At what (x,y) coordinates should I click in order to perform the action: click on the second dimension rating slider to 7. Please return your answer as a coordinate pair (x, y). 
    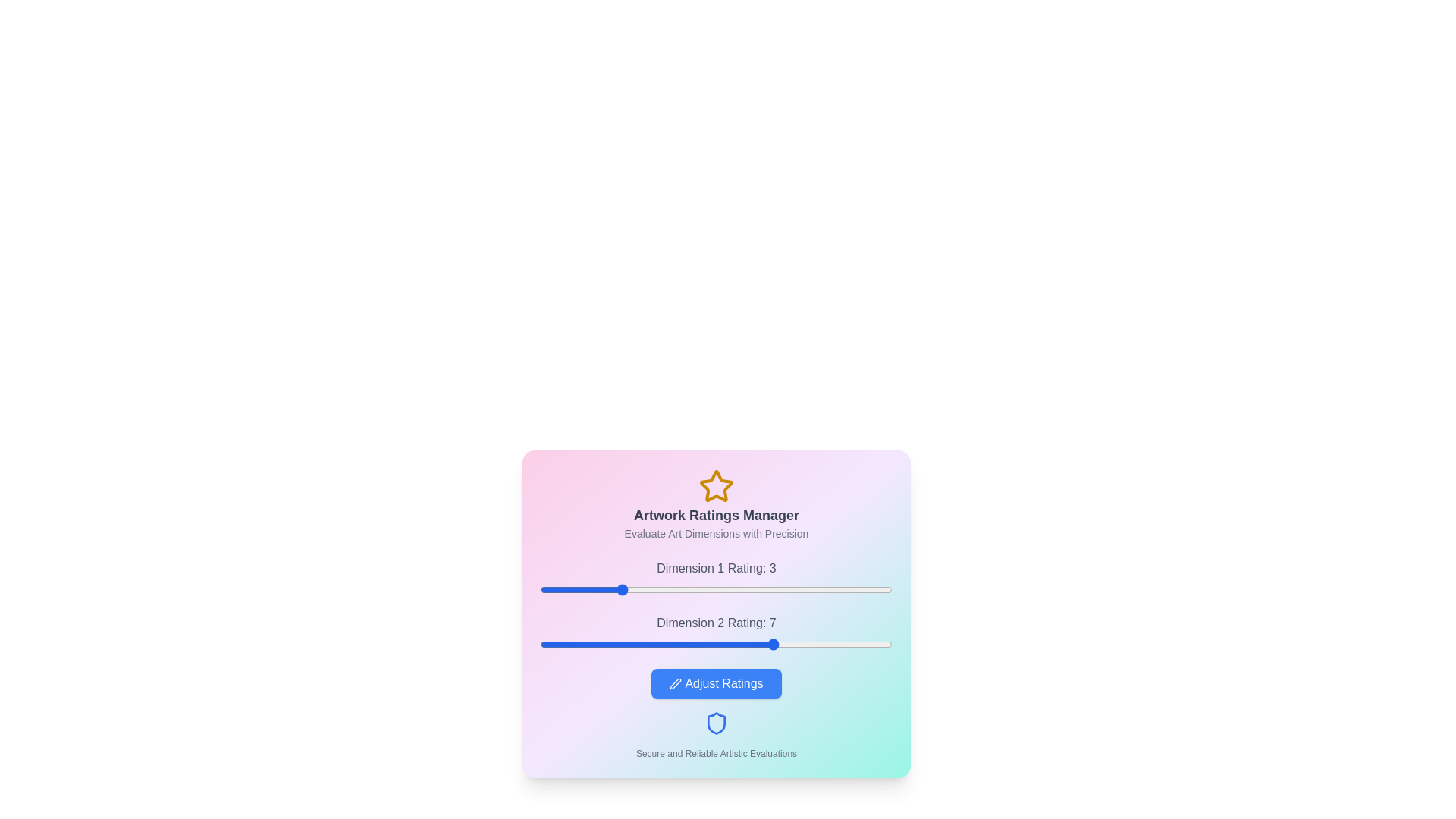
    Looking at the image, I should click on (775, 644).